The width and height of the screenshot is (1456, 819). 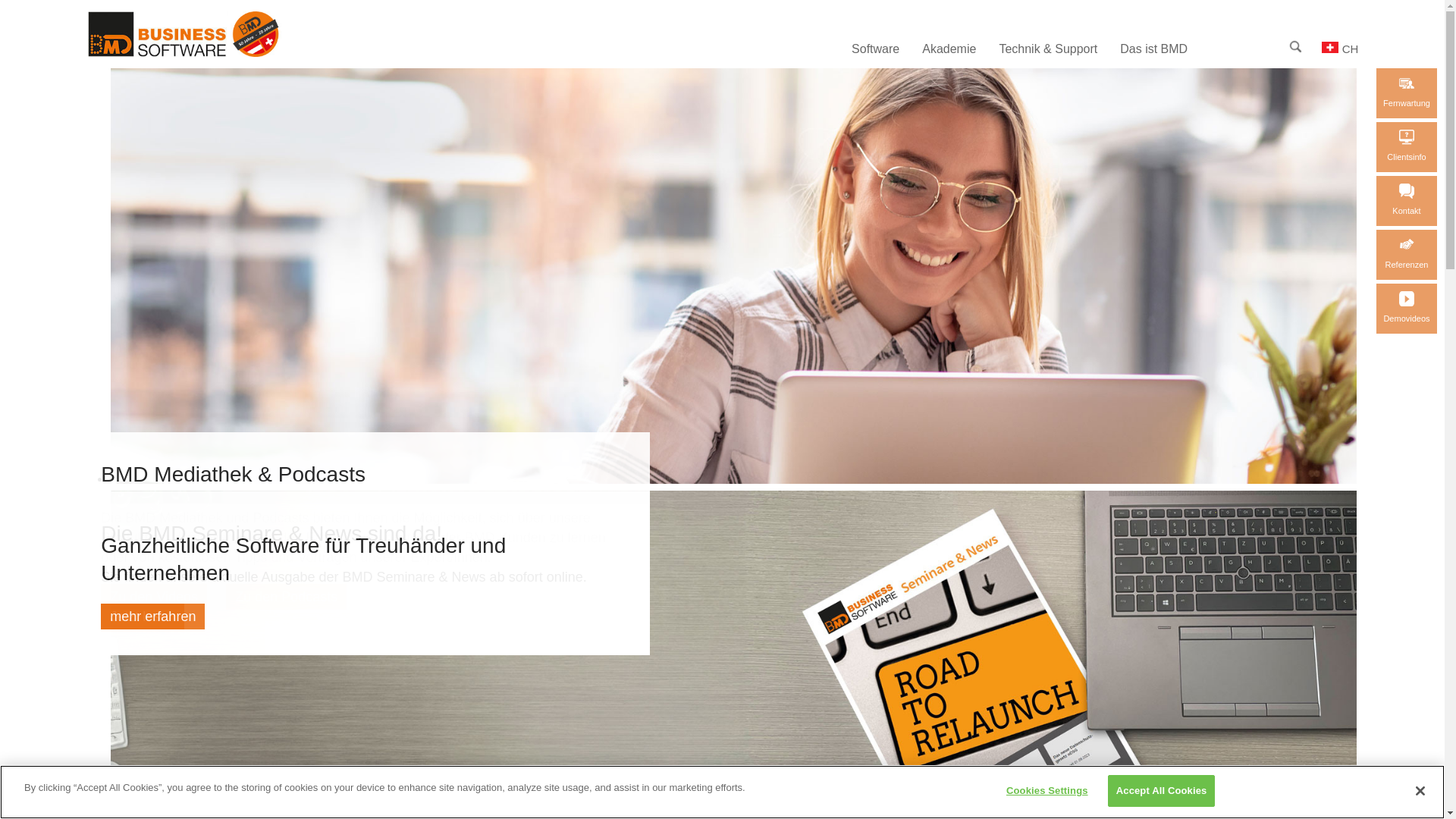 I want to click on 'Demovideos', so click(x=1405, y=308).